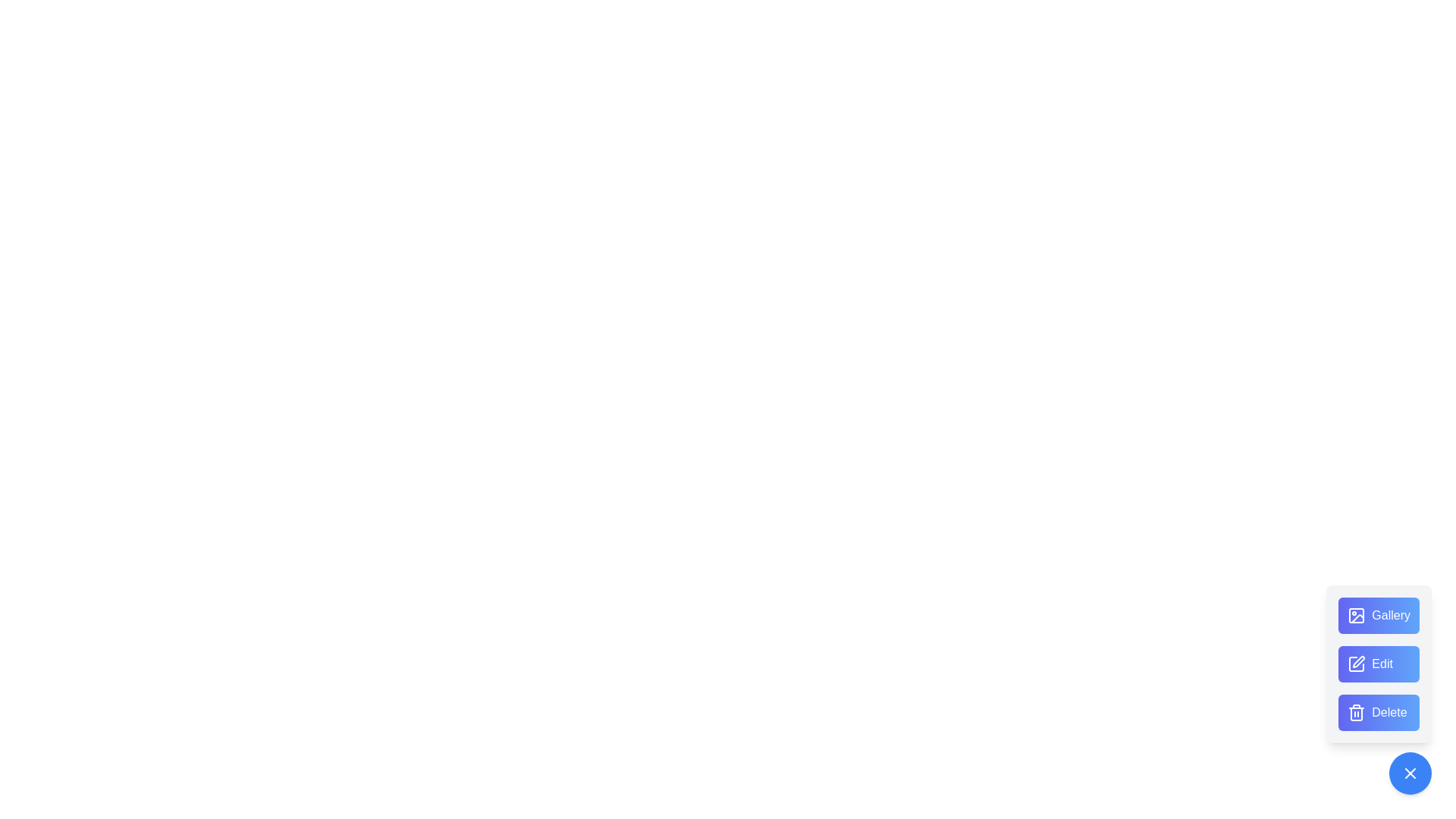  What do you see at coordinates (1379, 616) in the screenshot?
I see `the 'Gallery' button to view the gallery` at bounding box center [1379, 616].